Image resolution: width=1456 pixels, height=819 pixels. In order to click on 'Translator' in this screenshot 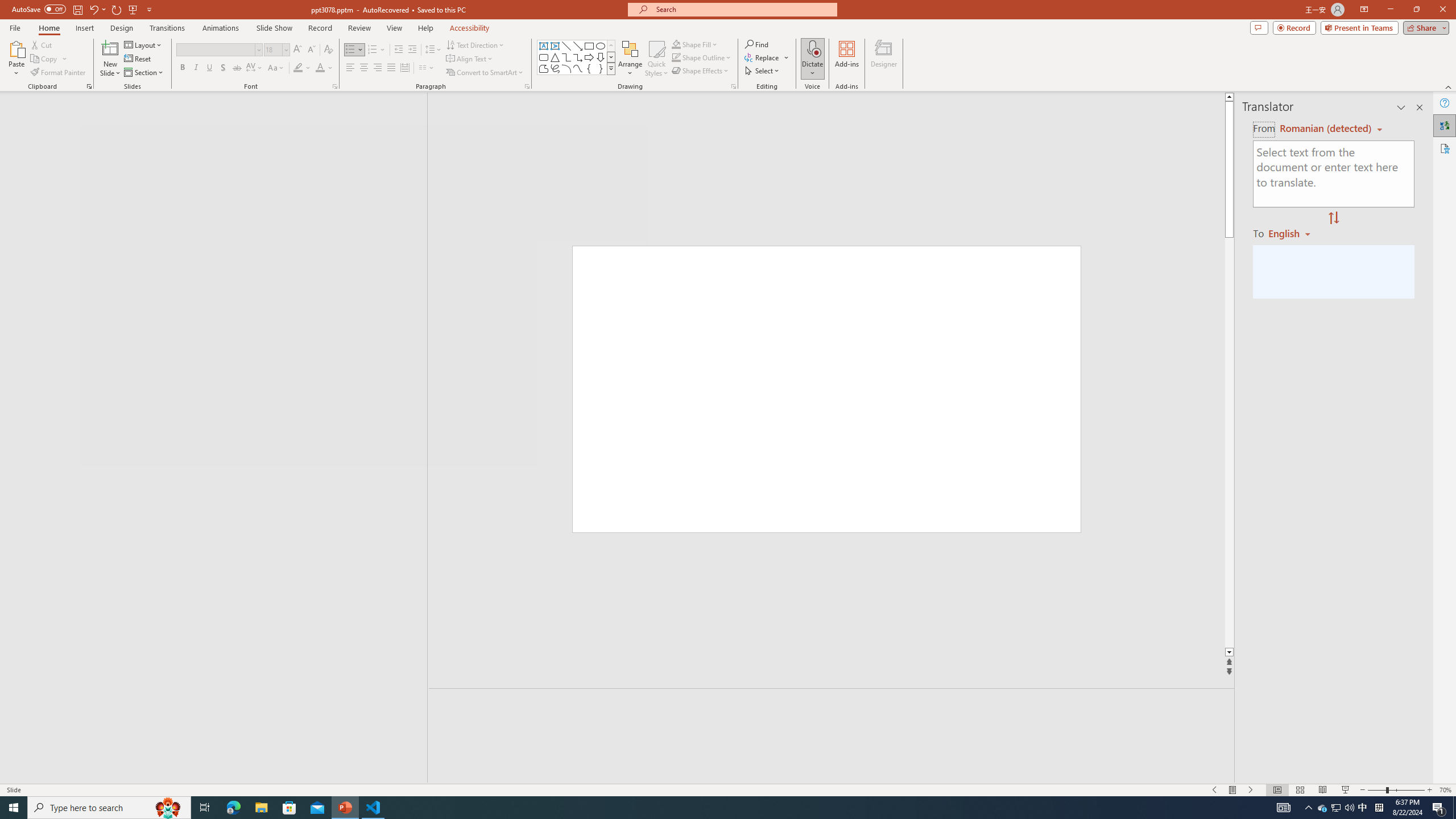, I will do `click(1444, 126)`.